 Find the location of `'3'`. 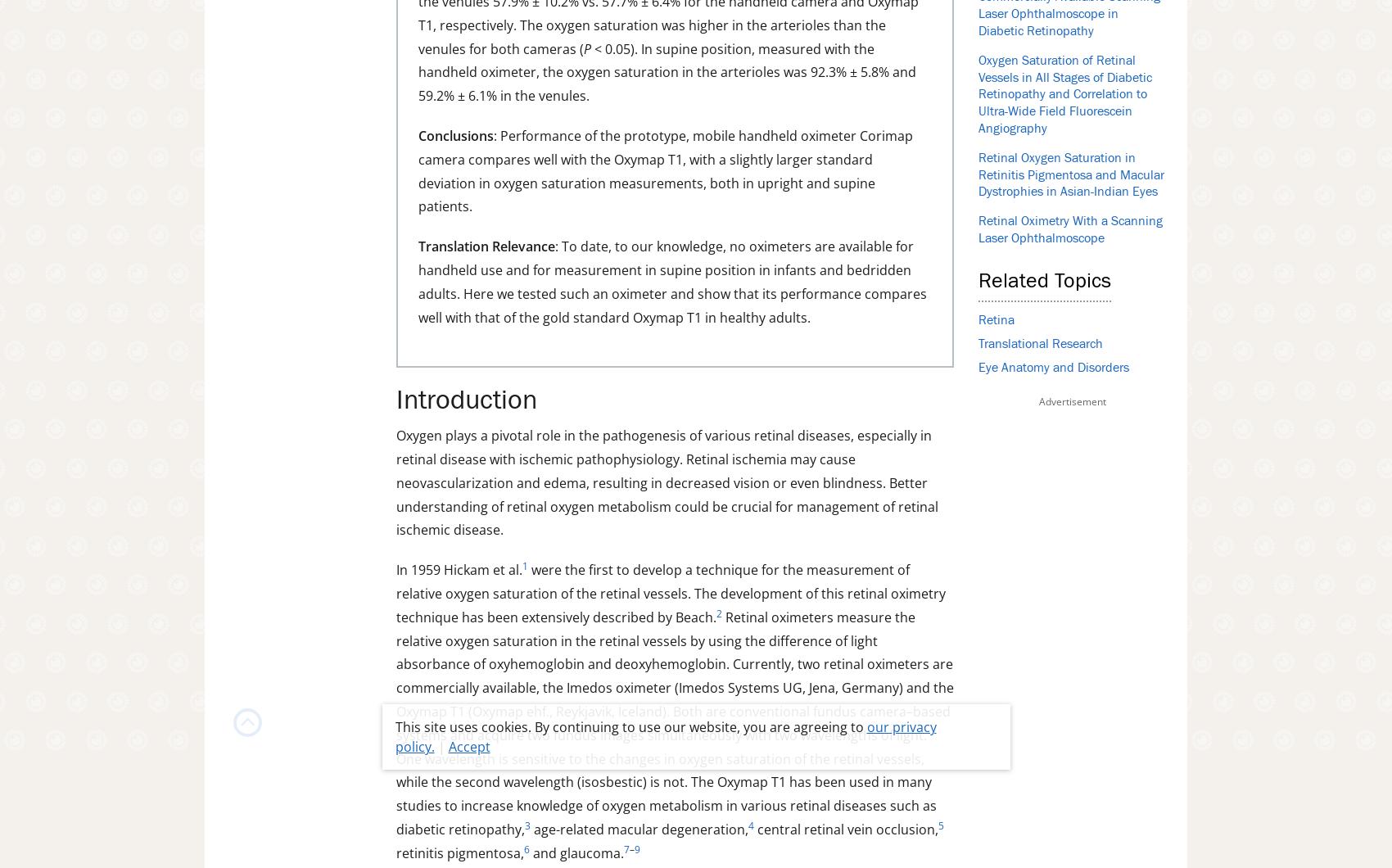

'3' is located at coordinates (527, 825).